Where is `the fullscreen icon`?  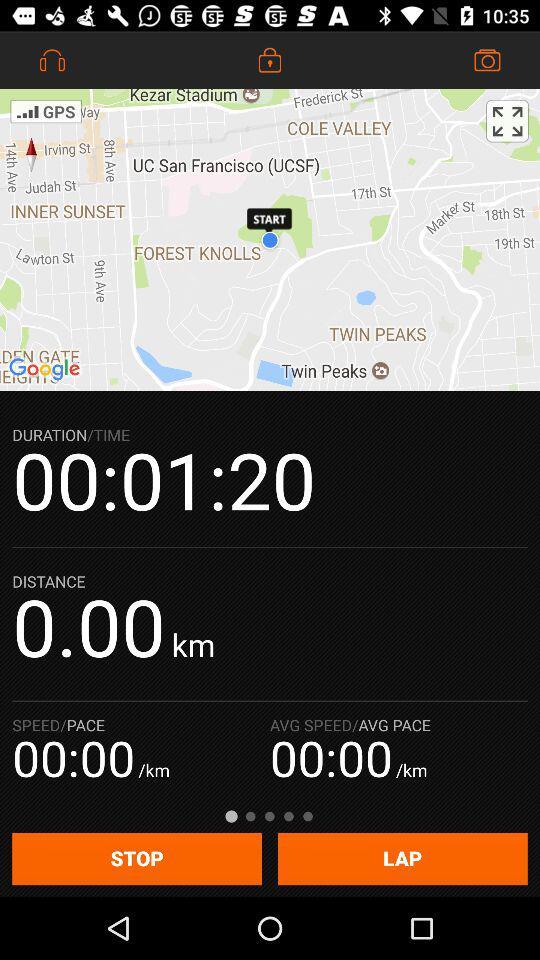 the fullscreen icon is located at coordinates (507, 120).